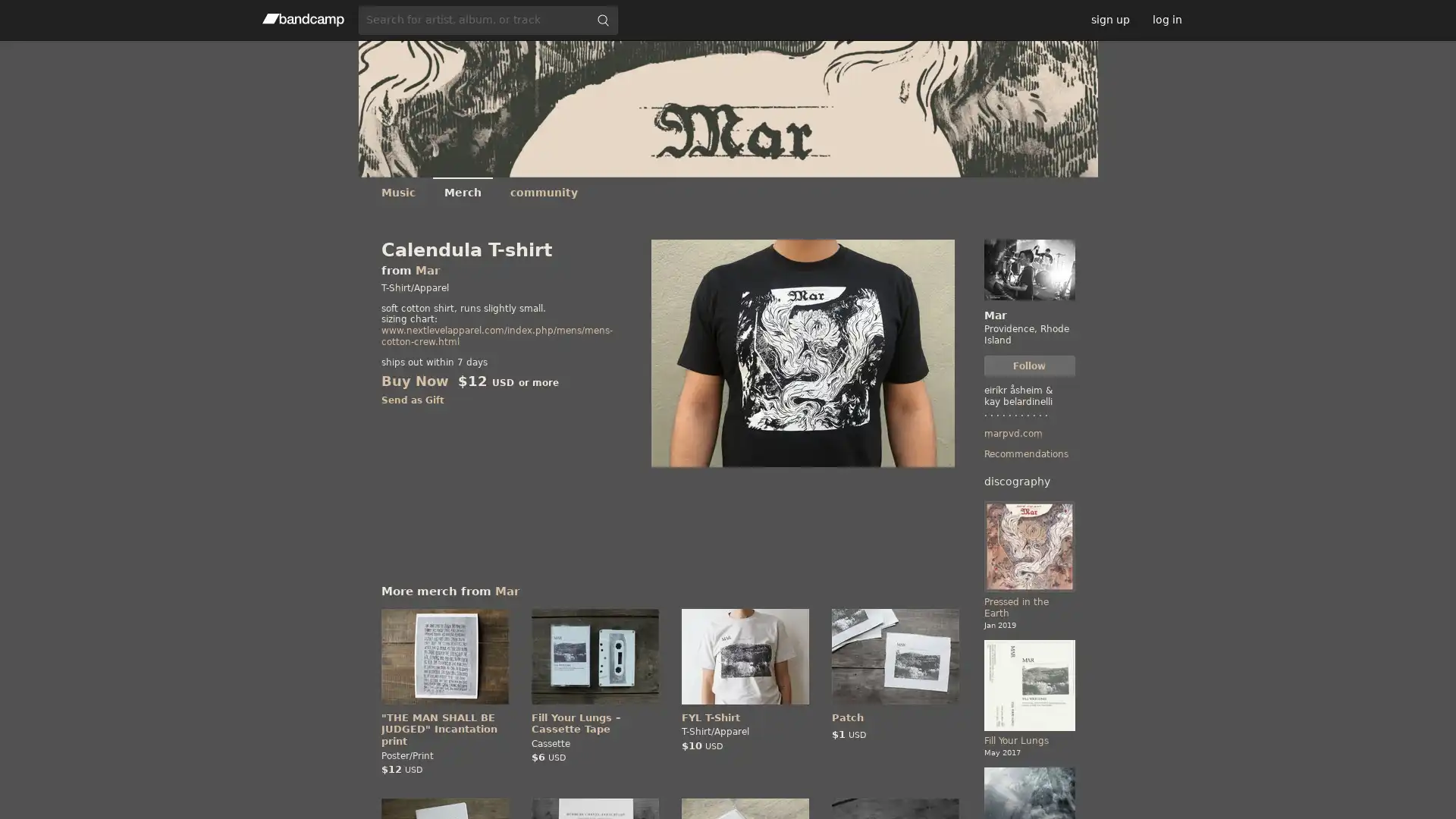  I want to click on Send as Gift, so click(412, 400).